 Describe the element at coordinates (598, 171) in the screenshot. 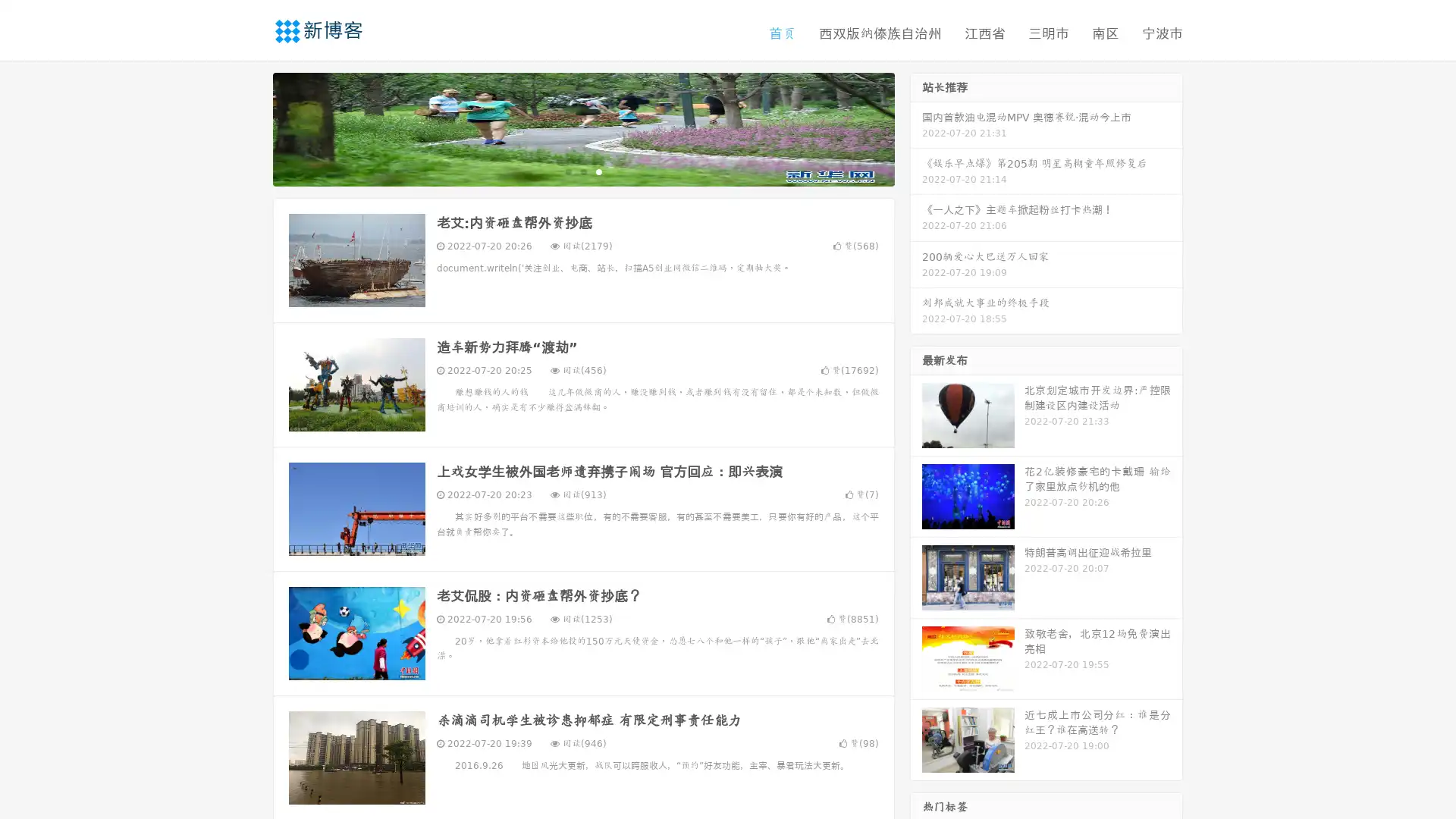

I see `Go to slide 3` at that location.